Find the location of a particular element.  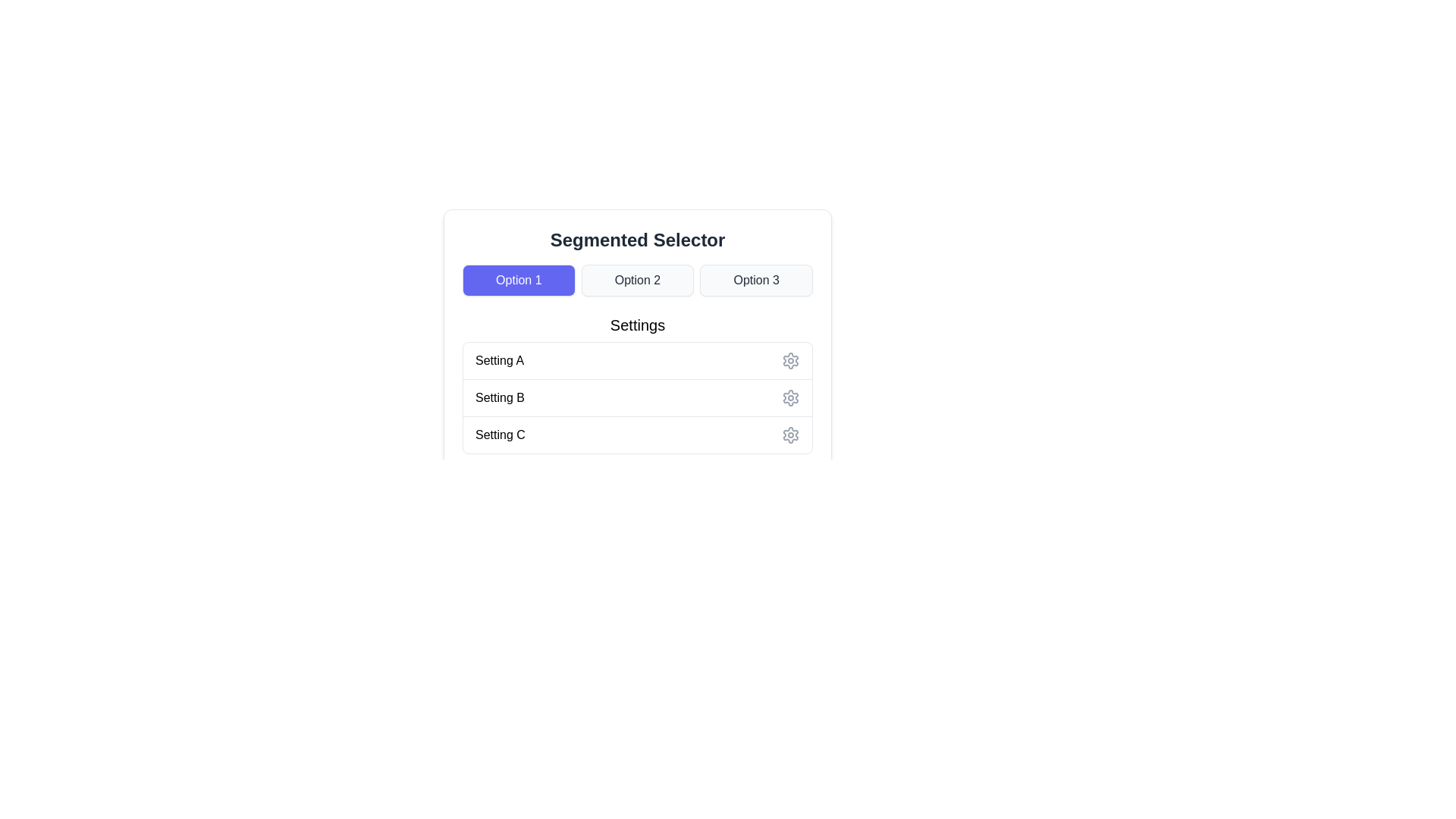

the leftmost button labeled 'Option 1' in the segmented selector is located at coordinates (519, 281).